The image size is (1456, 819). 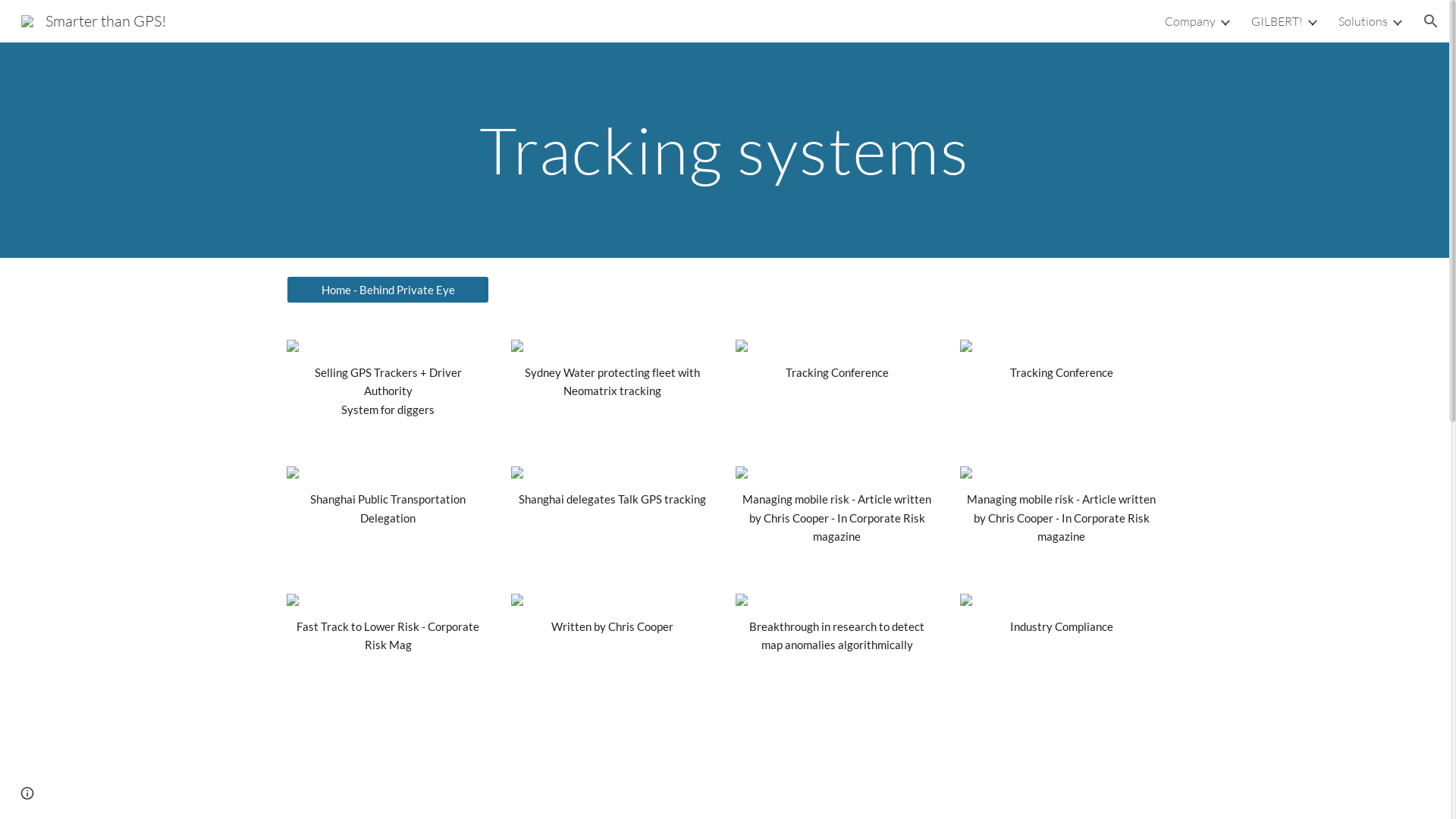 I want to click on 'Solutions', so click(x=1363, y=20).